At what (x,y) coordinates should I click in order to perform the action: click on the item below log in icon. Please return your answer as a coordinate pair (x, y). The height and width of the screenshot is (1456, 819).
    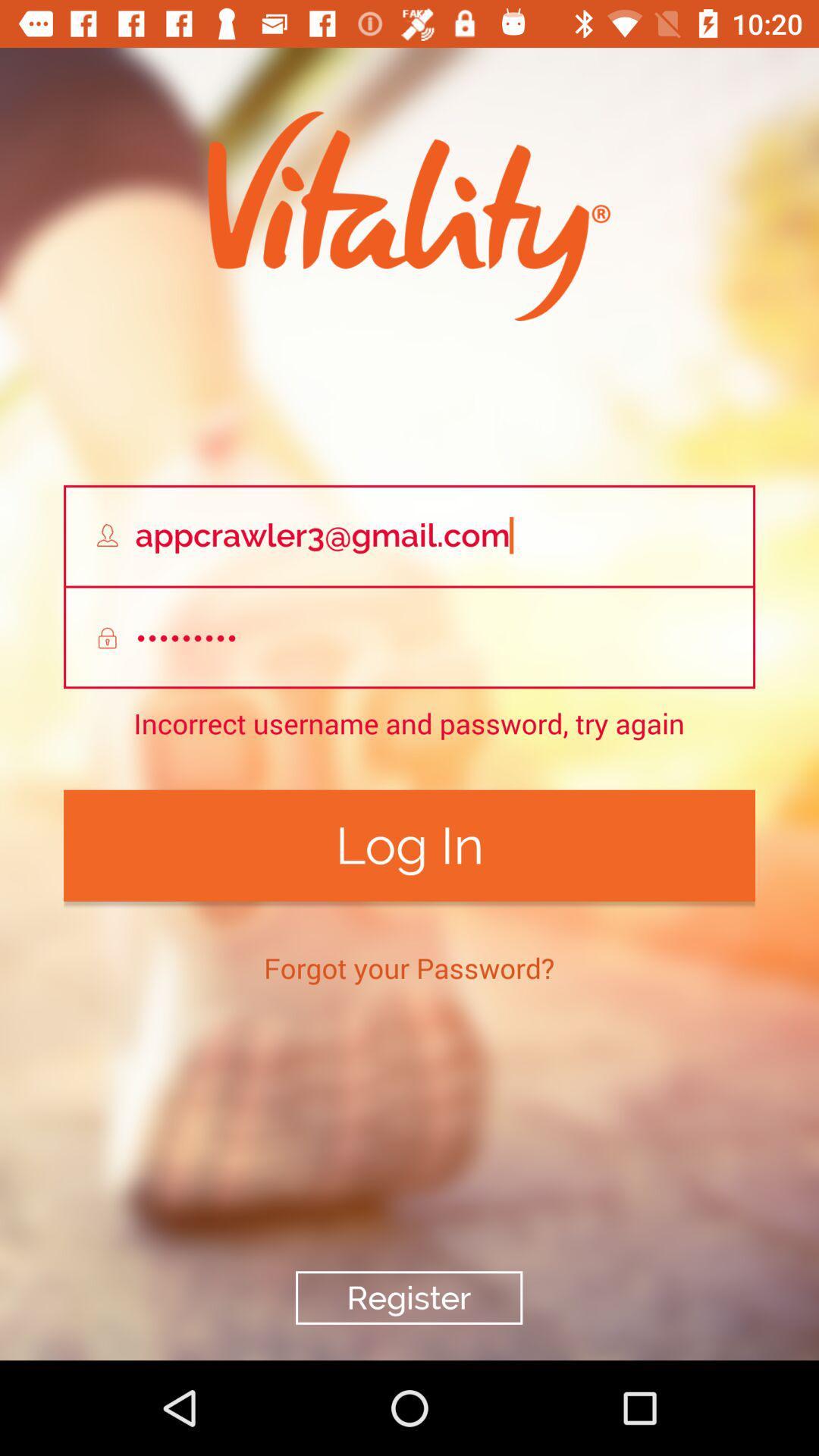
    Looking at the image, I should click on (408, 967).